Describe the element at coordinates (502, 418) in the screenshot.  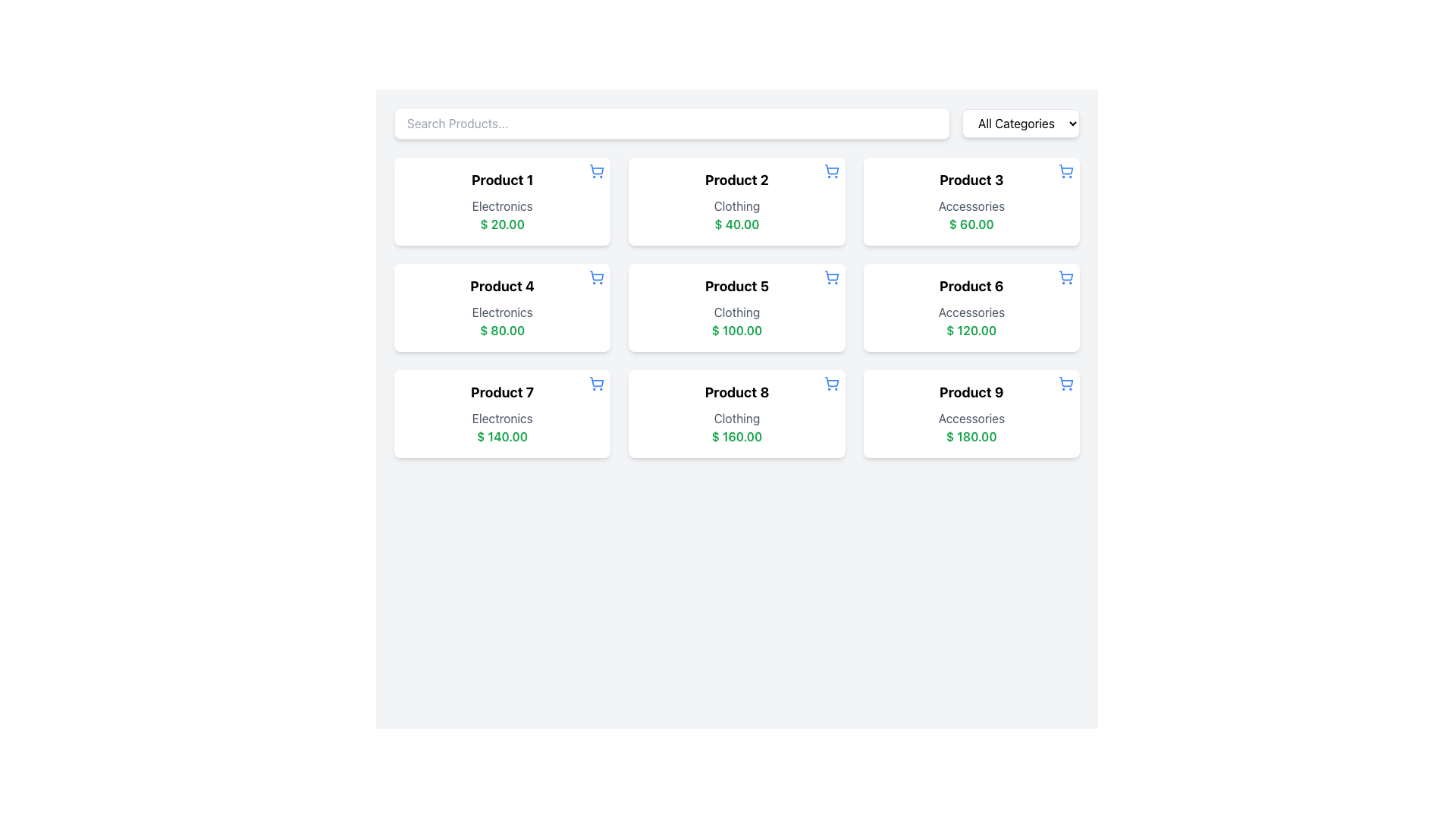
I see `the 'Electronics' category label text located in the card for the seventh product in the grid layout, positioned below the title 'Product 7' and above the price field` at that location.